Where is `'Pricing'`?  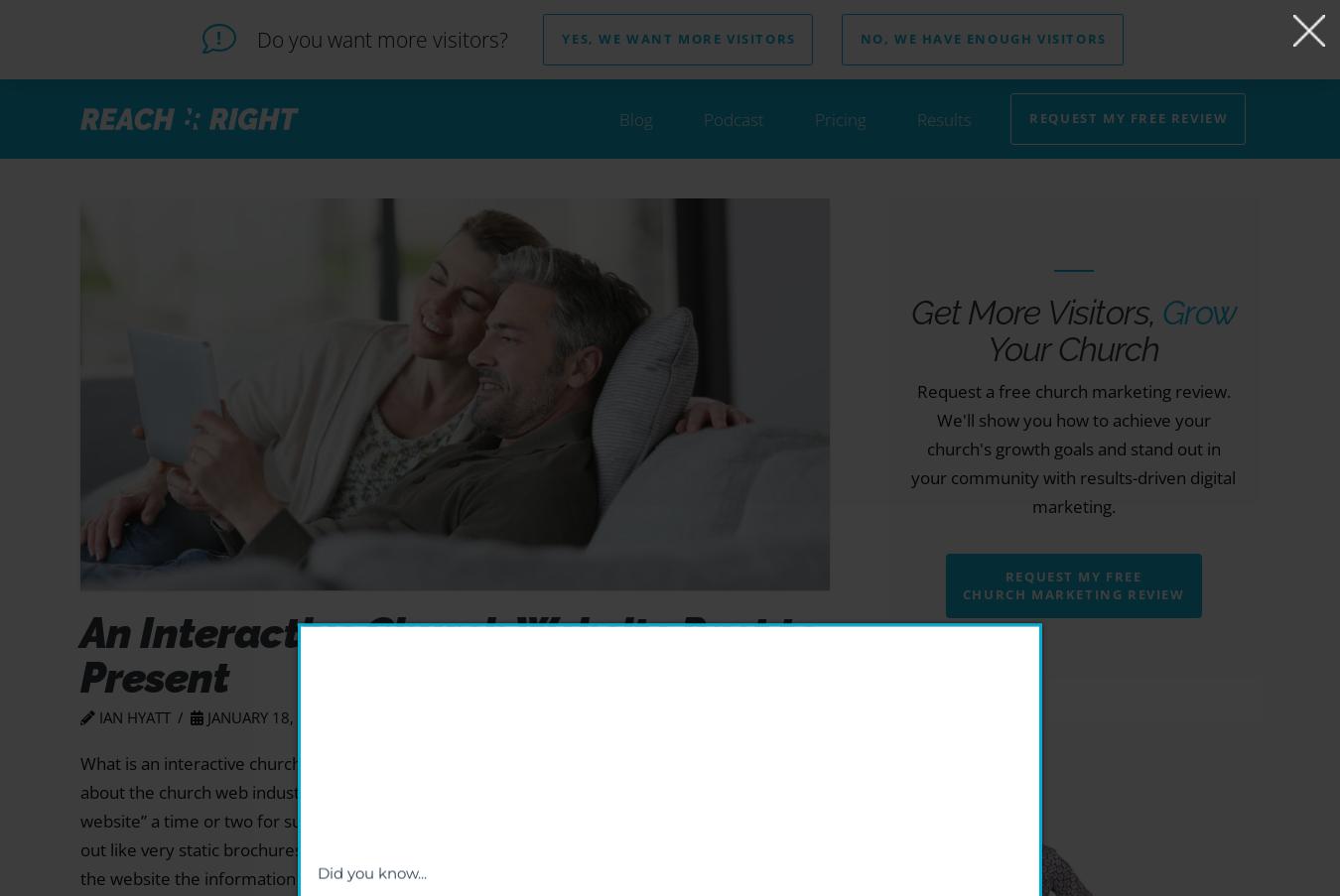
'Pricing' is located at coordinates (840, 118).